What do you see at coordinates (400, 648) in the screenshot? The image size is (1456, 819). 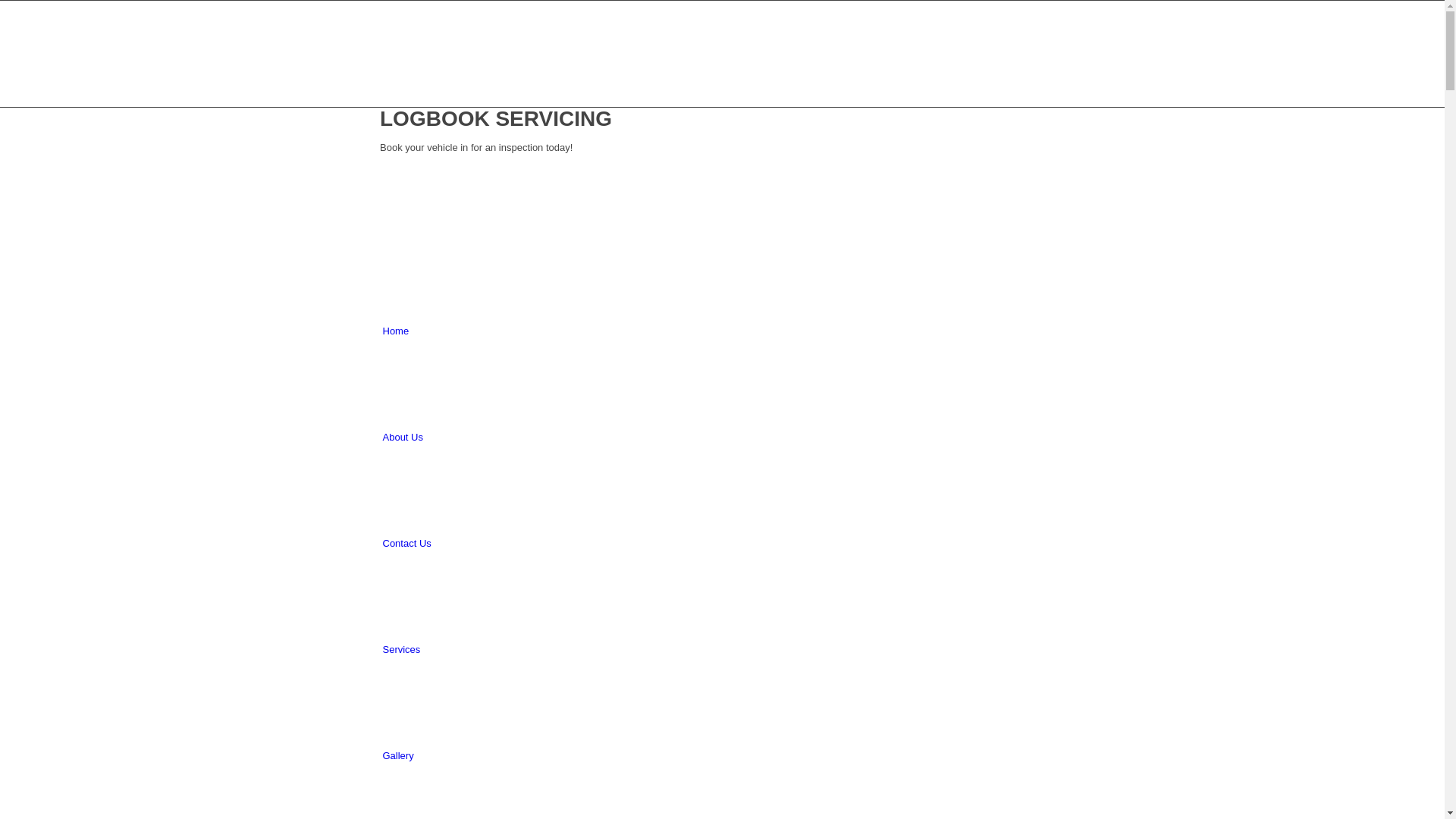 I see `'Services'` at bounding box center [400, 648].